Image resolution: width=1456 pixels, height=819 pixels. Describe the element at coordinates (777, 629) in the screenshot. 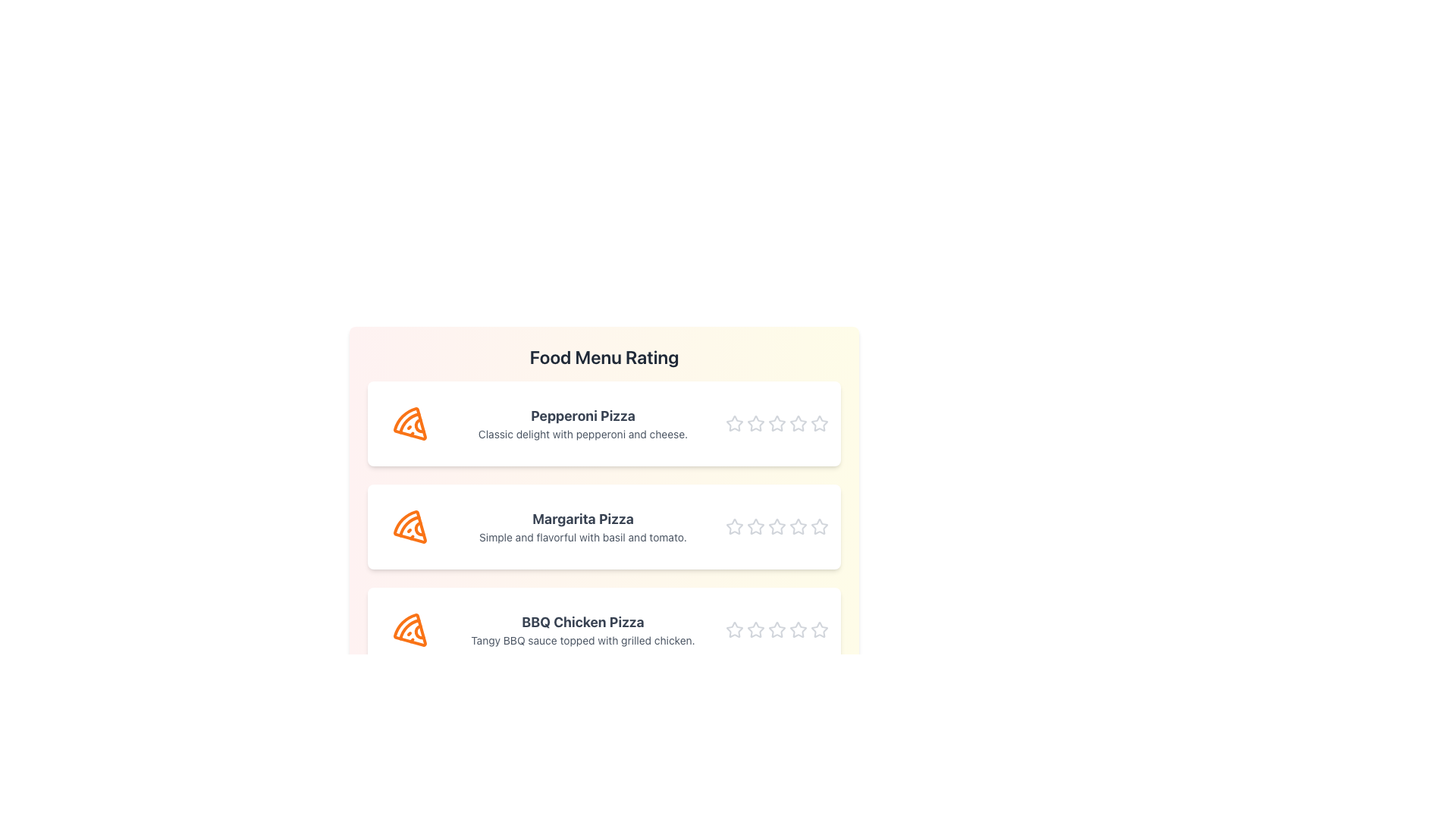

I see `the third star icon from the left` at that location.